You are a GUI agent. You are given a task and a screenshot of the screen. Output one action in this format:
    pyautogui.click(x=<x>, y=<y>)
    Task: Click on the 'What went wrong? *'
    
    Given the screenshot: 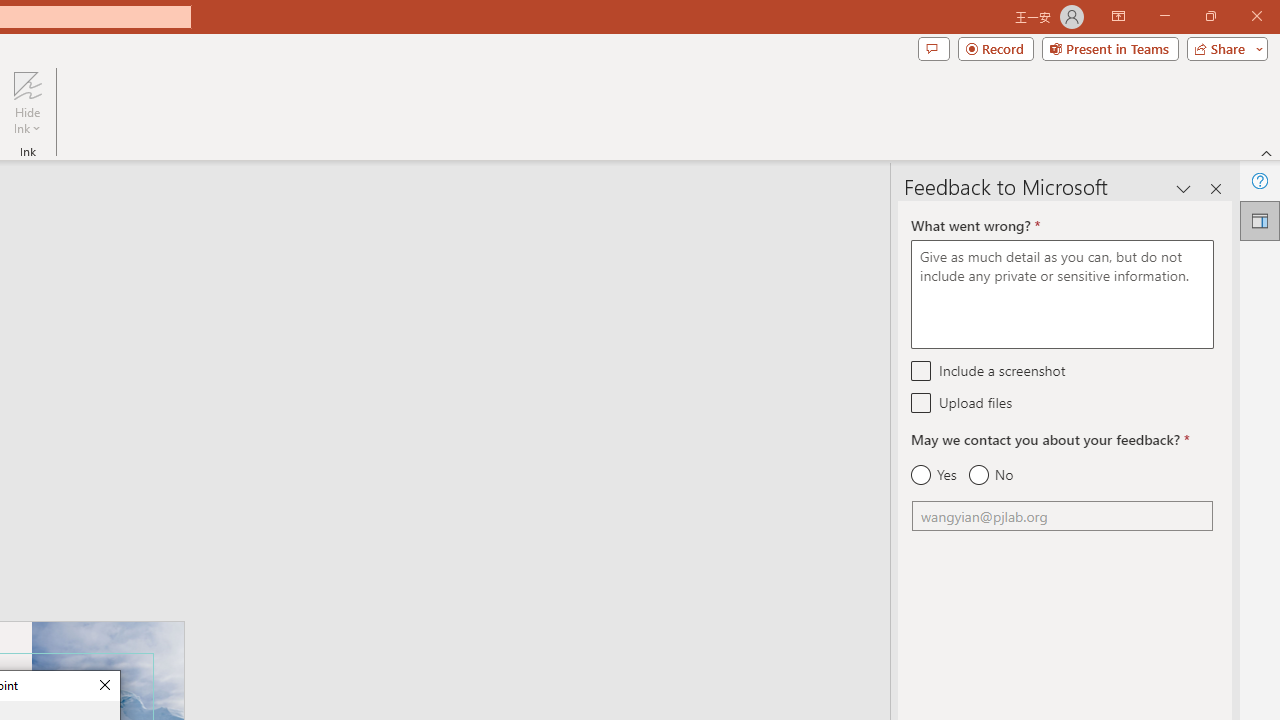 What is the action you would take?
    pyautogui.click(x=1061, y=294)
    